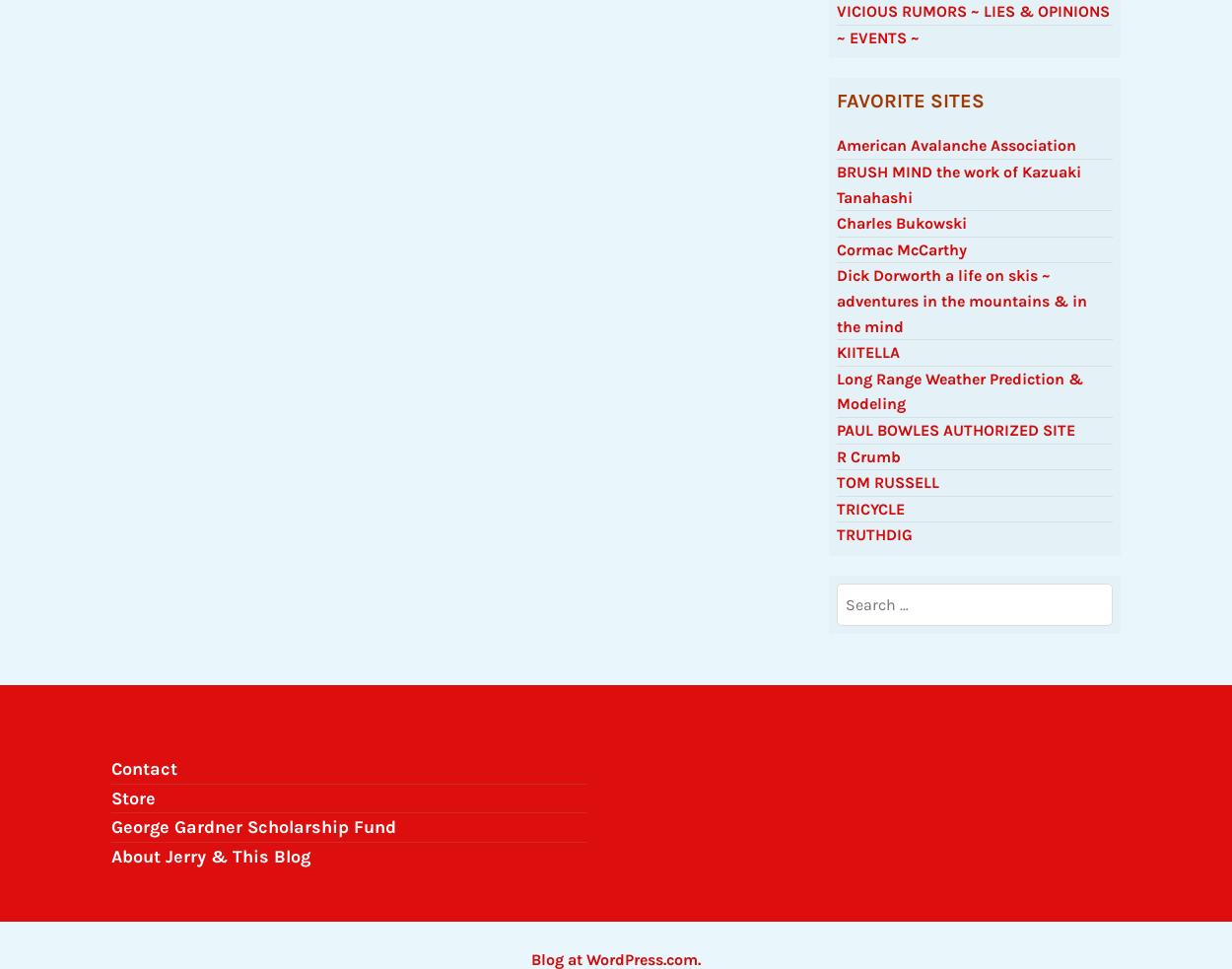 This screenshot has height=969, width=1232. I want to click on 'Charles Bukowski', so click(836, 233).